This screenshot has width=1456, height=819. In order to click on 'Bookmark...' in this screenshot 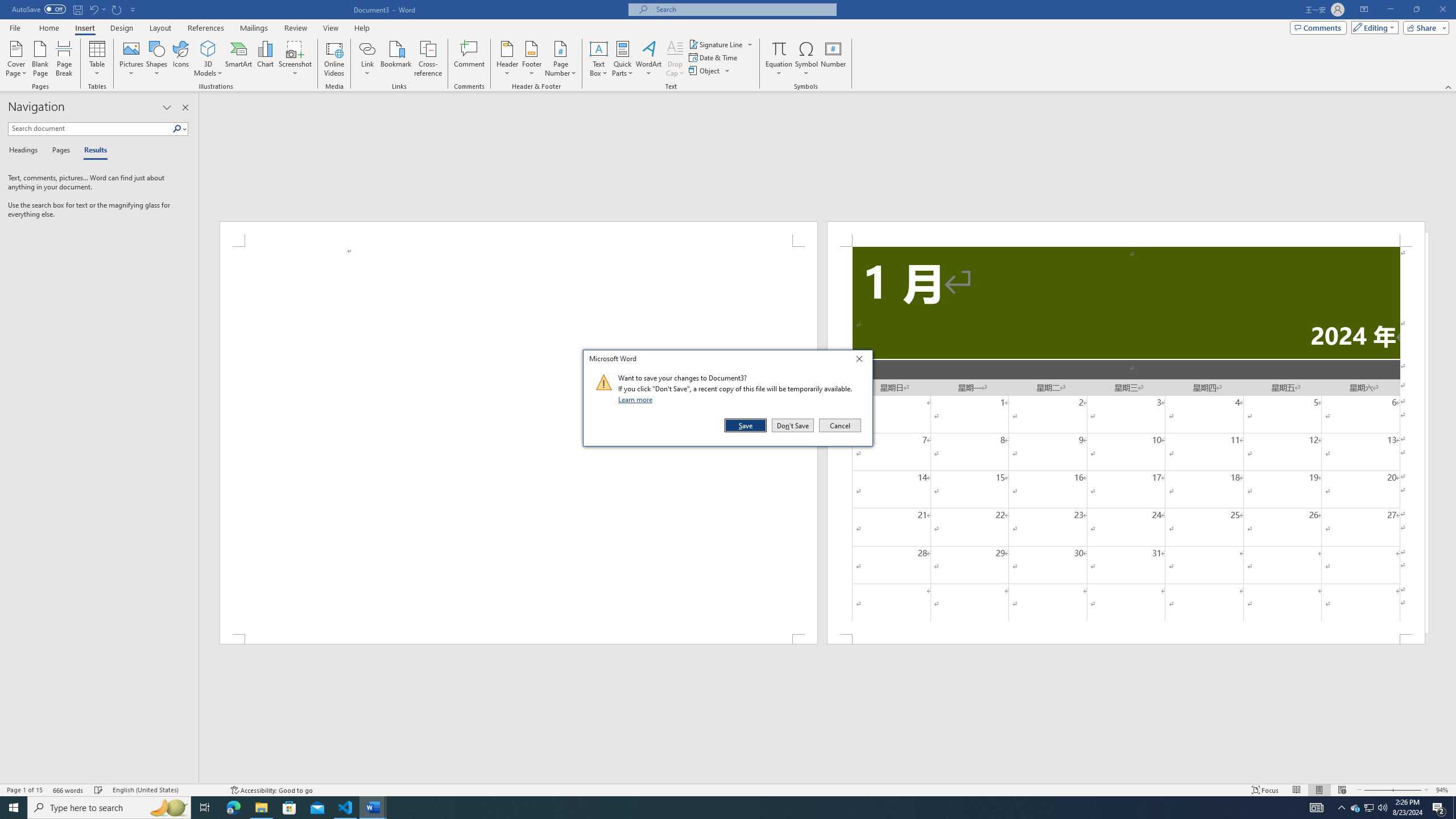, I will do `click(396, 59)`.